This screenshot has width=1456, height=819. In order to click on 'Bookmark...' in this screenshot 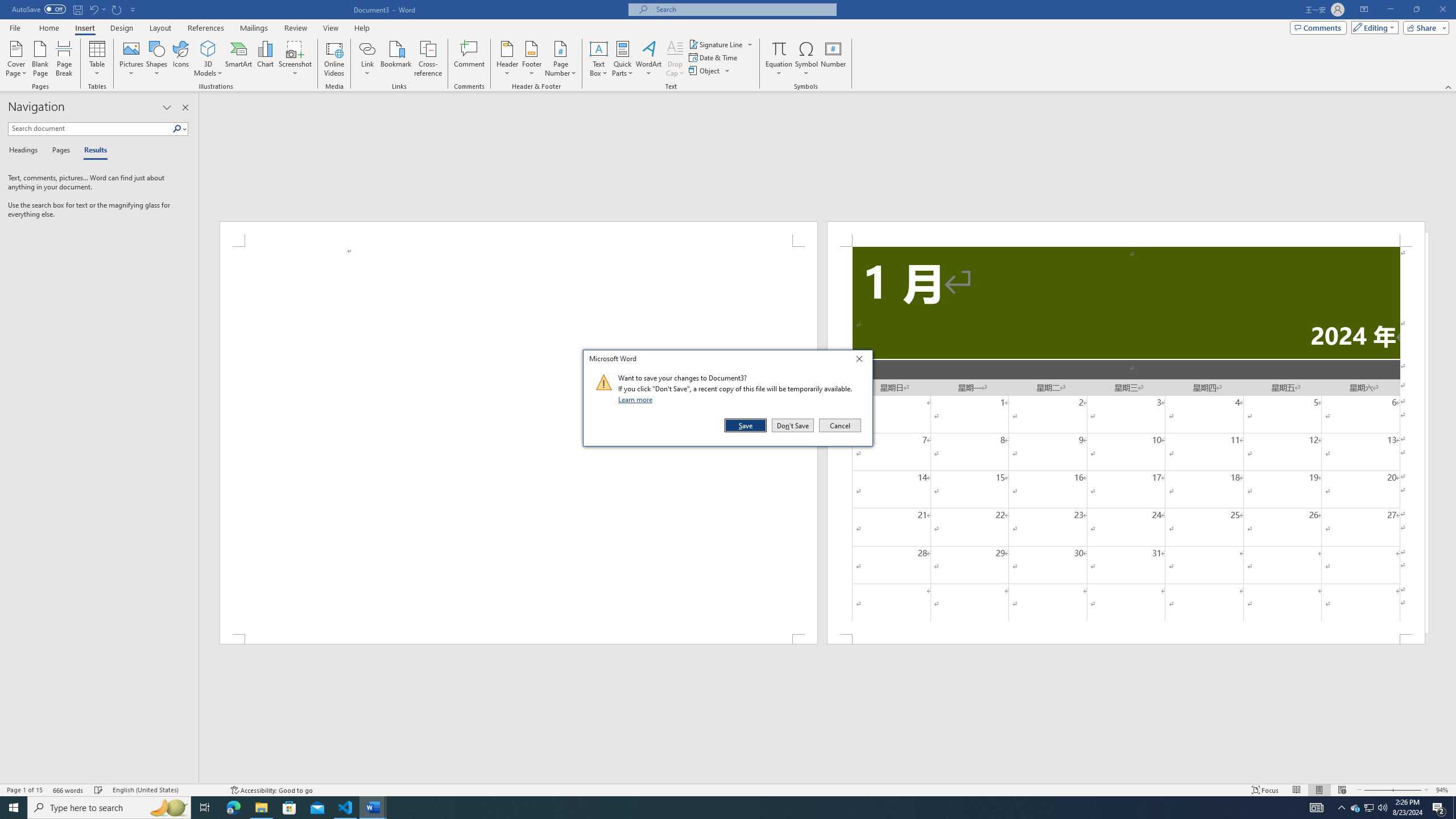, I will do `click(396, 59)`.